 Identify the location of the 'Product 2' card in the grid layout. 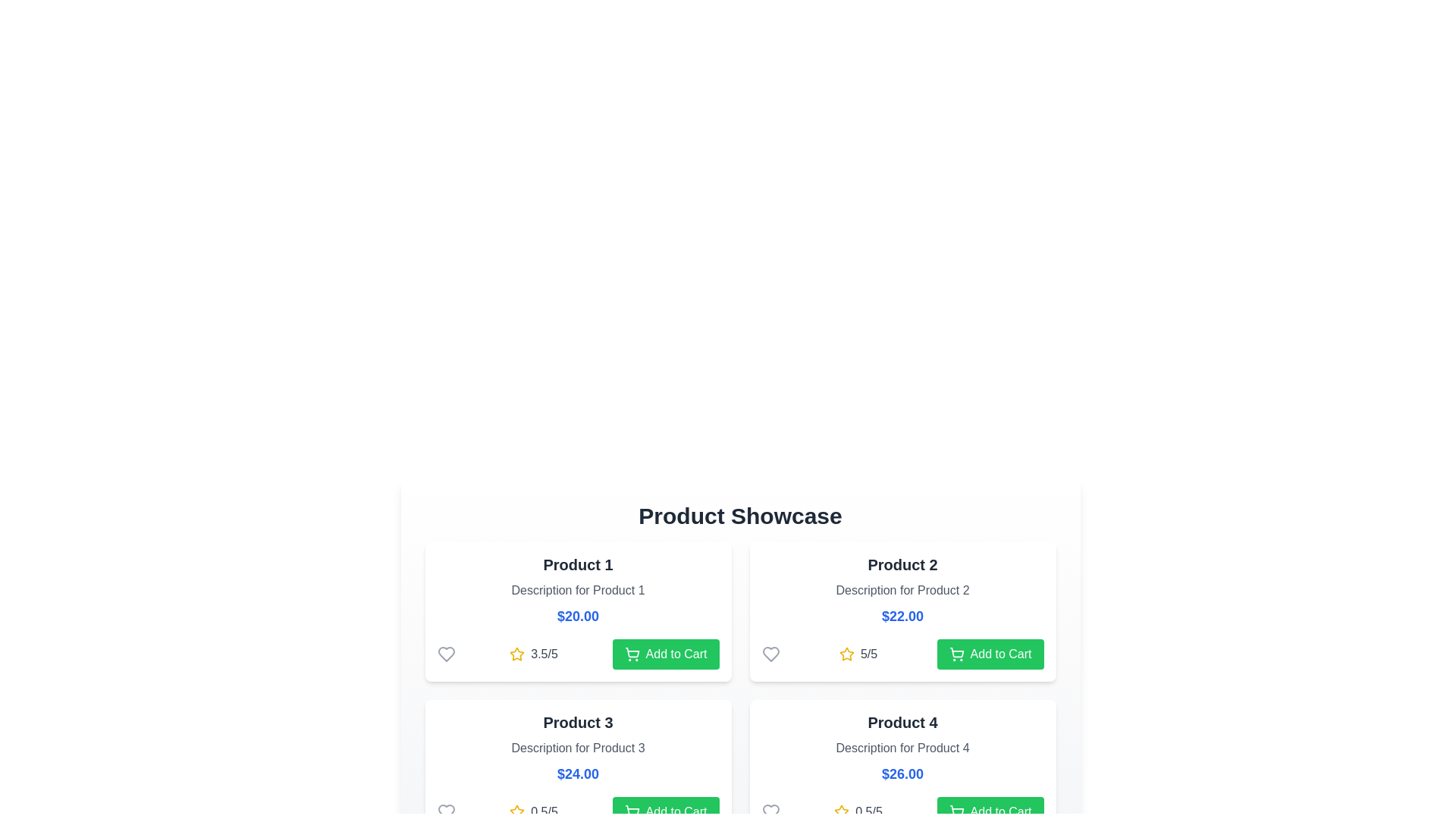
(902, 610).